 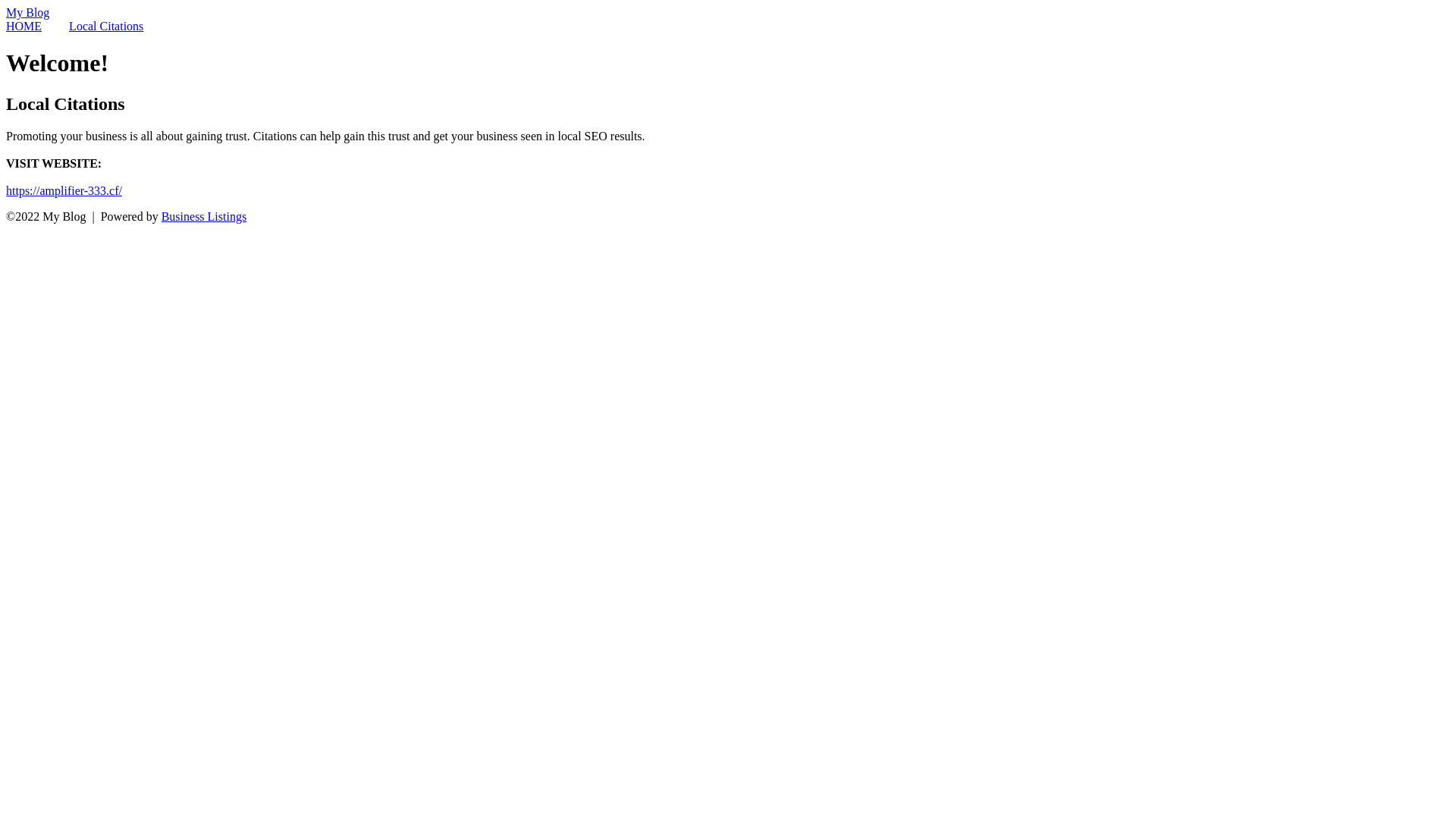 What do you see at coordinates (24, 26) in the screenshot?
I see `'HOME'` at bounding box center [24, 26].